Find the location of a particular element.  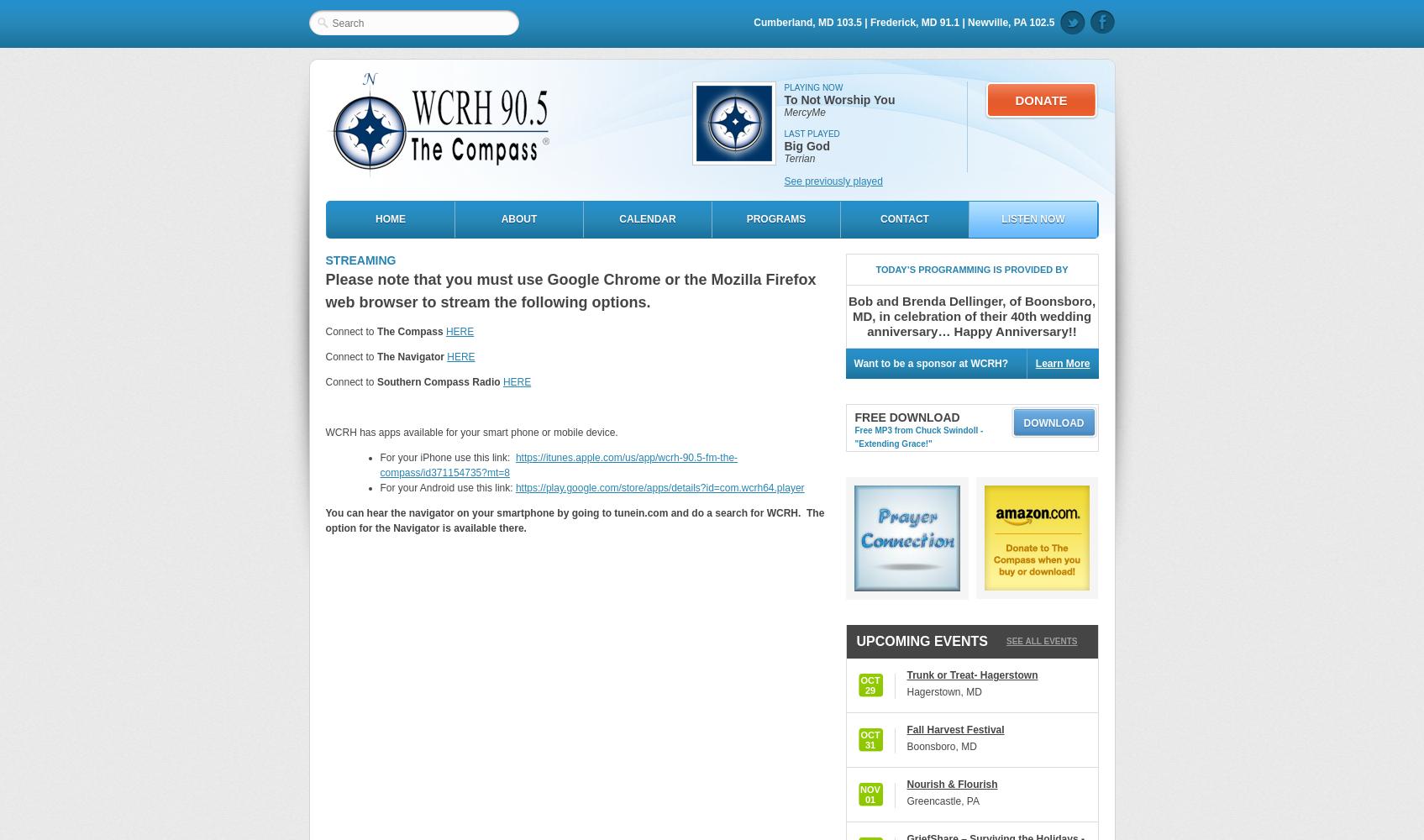

'Trunk or Treat- Hagerstown' is located at coordinates (971, 675).